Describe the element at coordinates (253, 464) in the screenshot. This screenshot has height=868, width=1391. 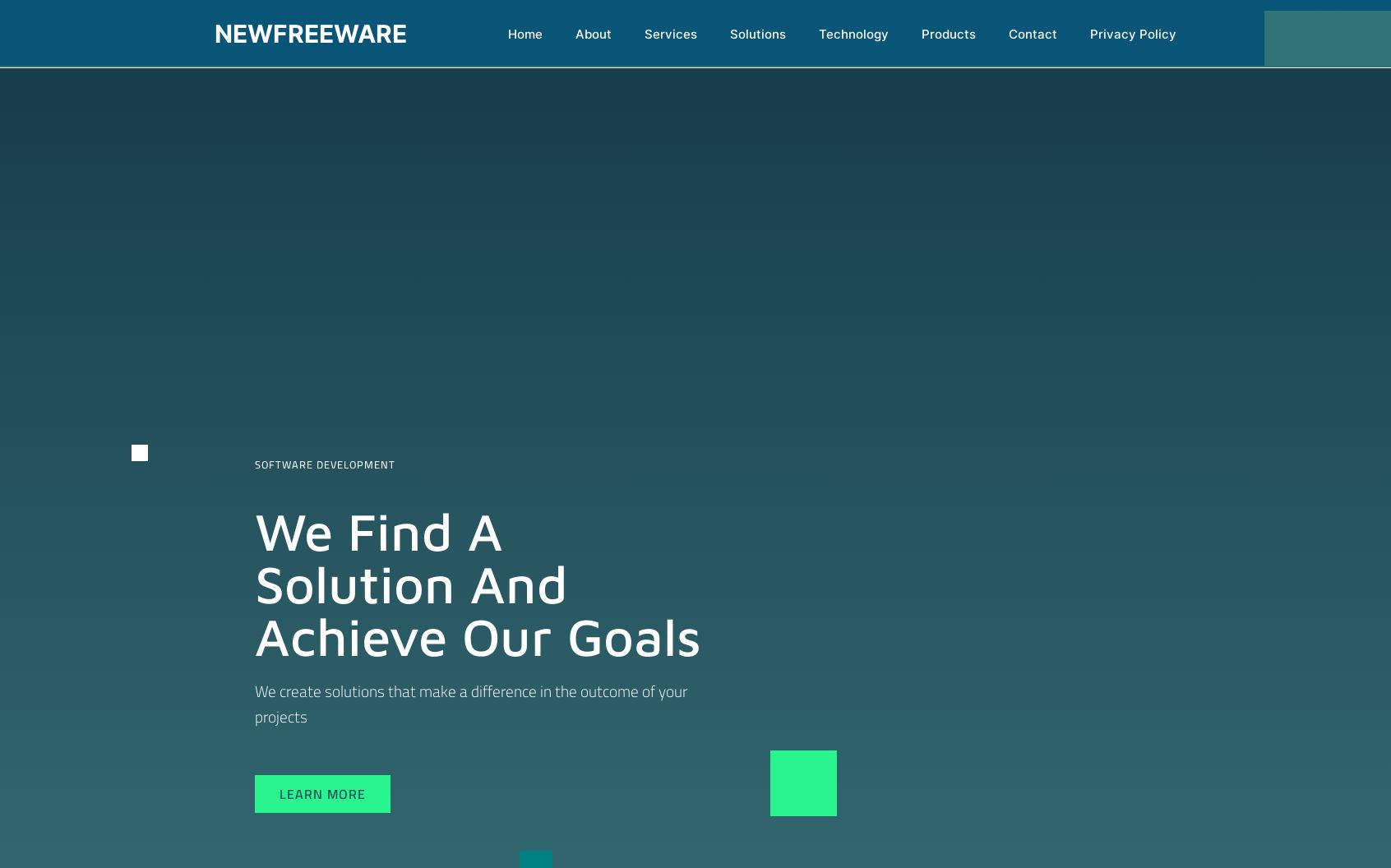
I see `'Software Development'` at that location.